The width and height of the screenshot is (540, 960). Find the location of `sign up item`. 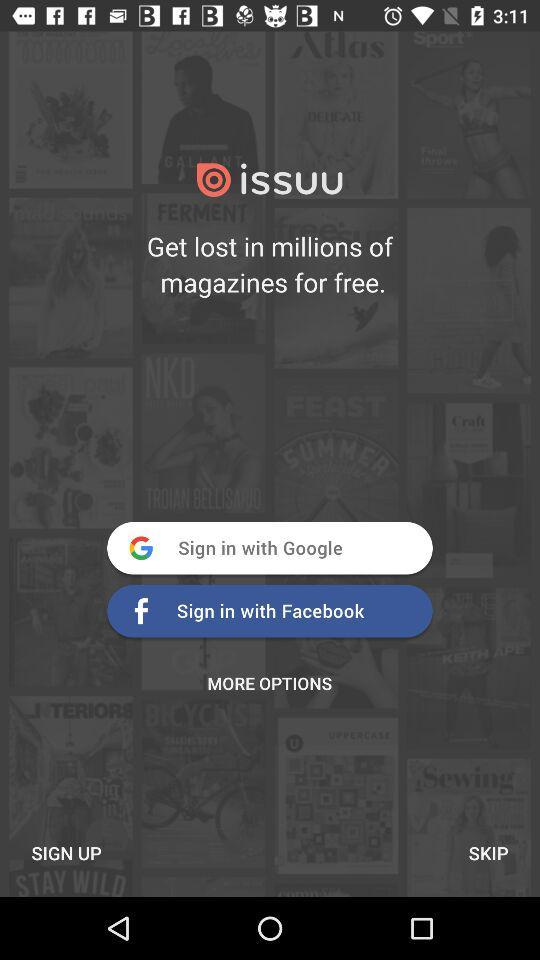

sign up item is located at coordinates (66, 852).